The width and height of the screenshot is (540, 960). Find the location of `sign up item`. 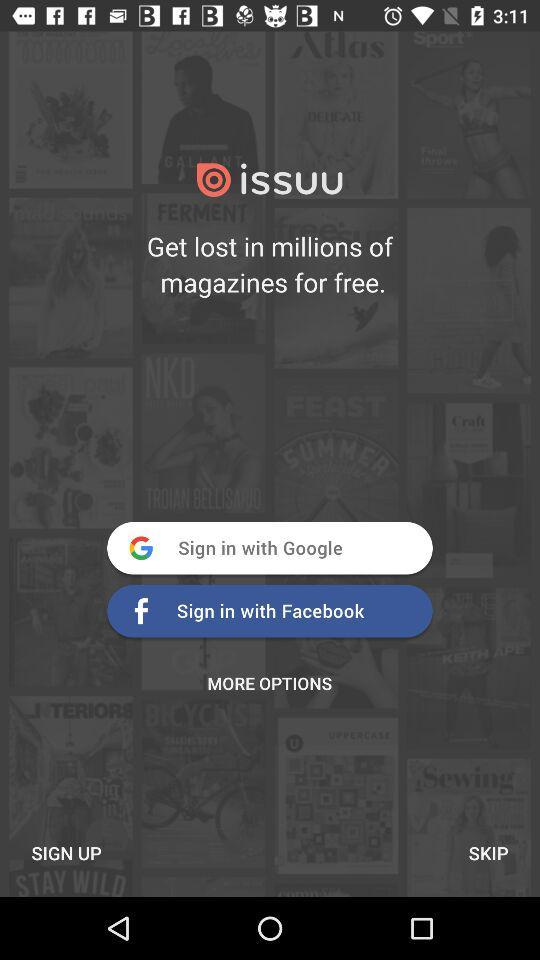

sign up item is located at coordinates (66, 852).